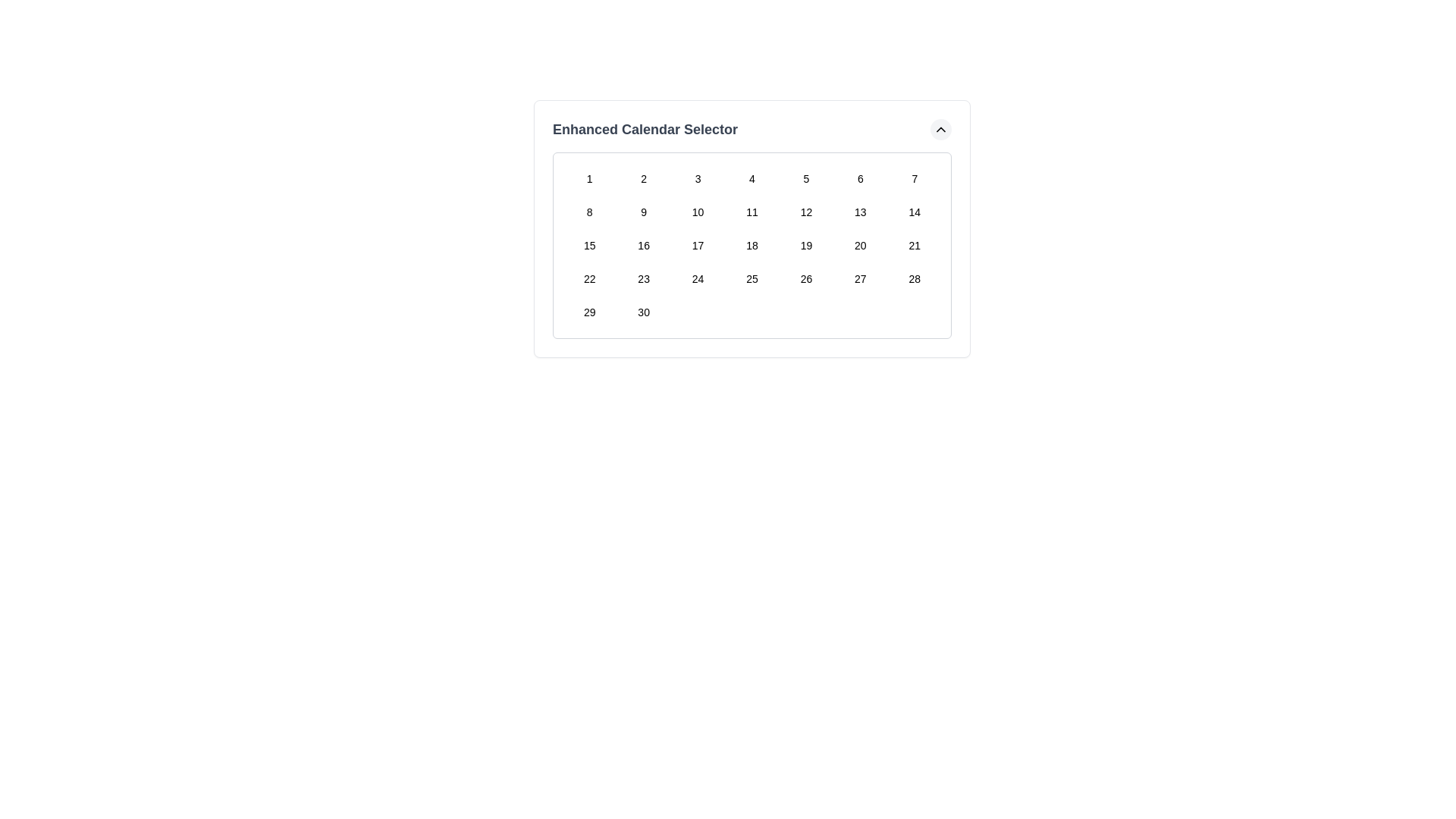 This screenshot has width=1456, height=819. I want to click on the rectangular button with rounded edges labeled '14' in the second row and seventh column of the grid, so click(914, 212).